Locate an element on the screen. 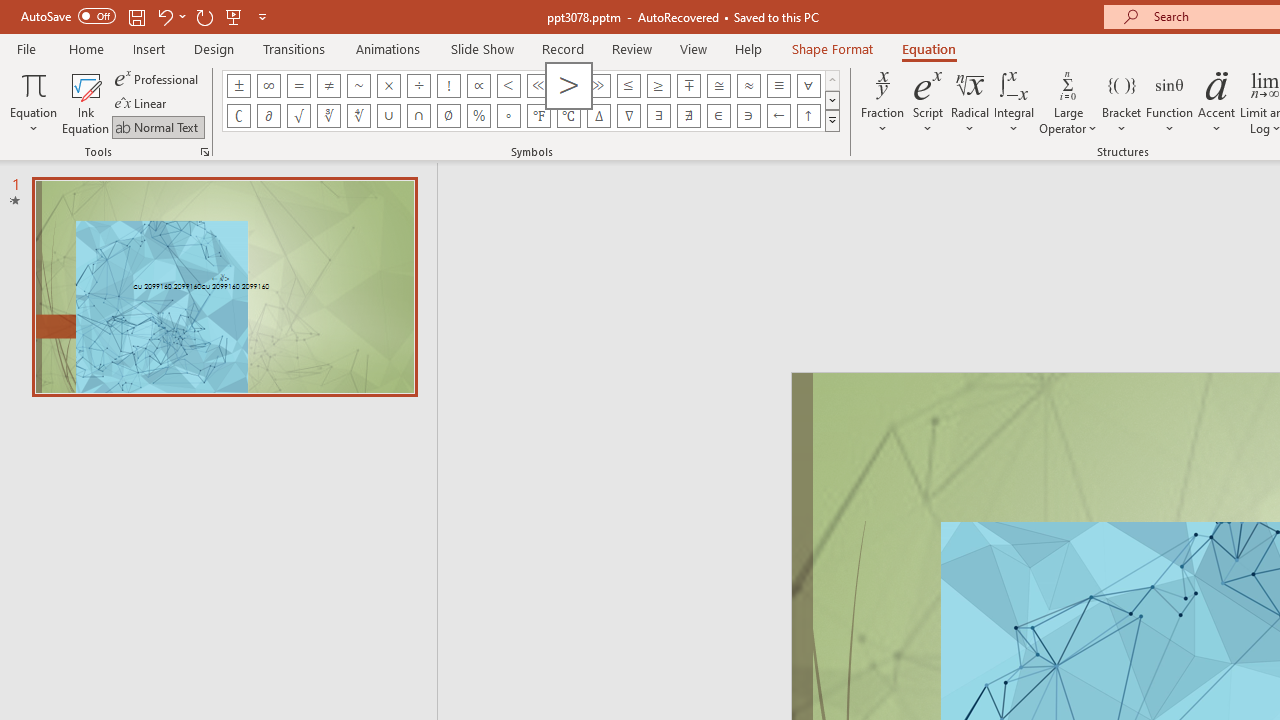  'Equation Symbol Much Greater Than' is located at coordinates (598, 85).